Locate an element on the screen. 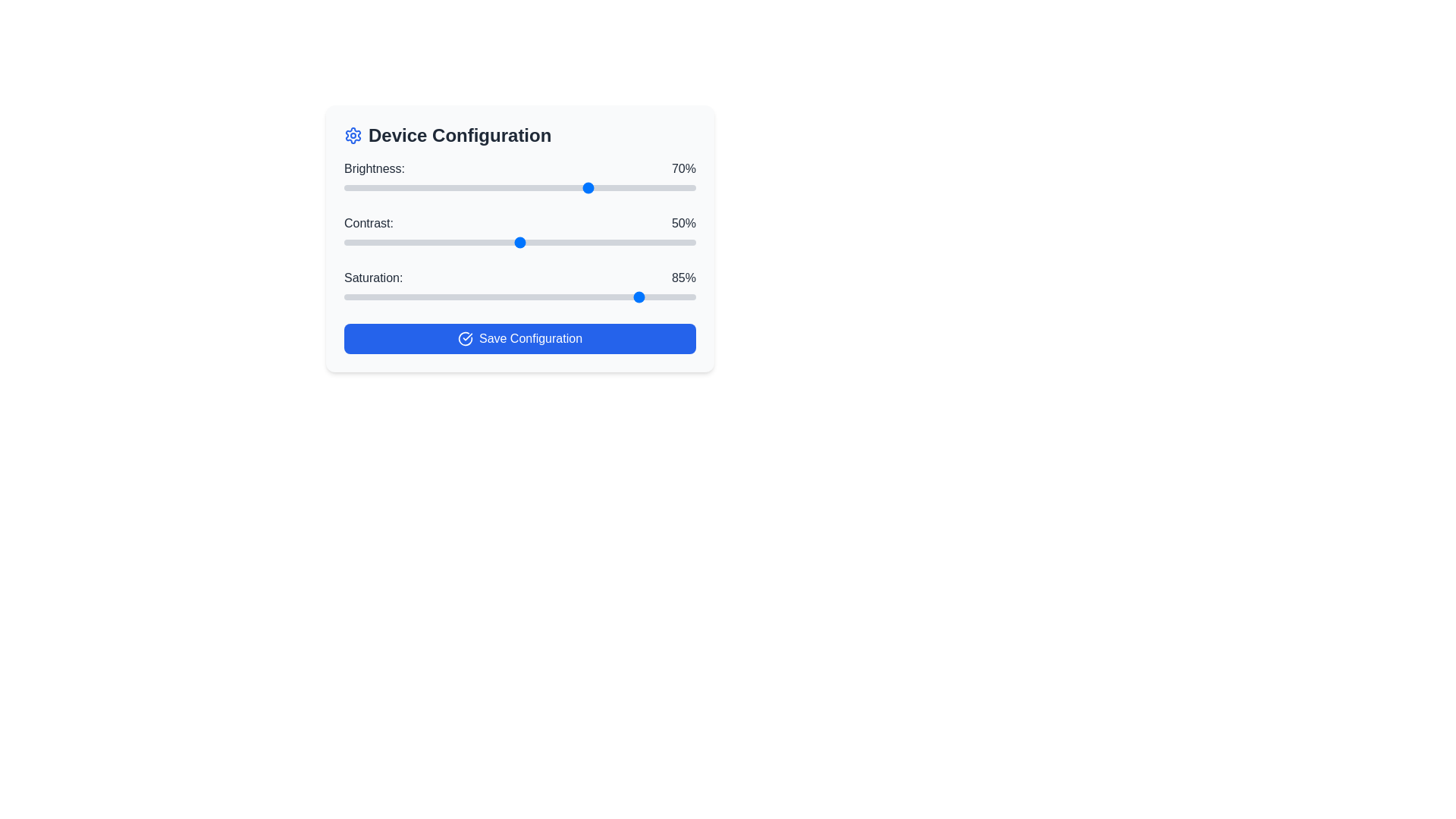 Image resolution: width=1456 pixels, height=819 pixels. the saturation level is located at coordinates (428, 297).